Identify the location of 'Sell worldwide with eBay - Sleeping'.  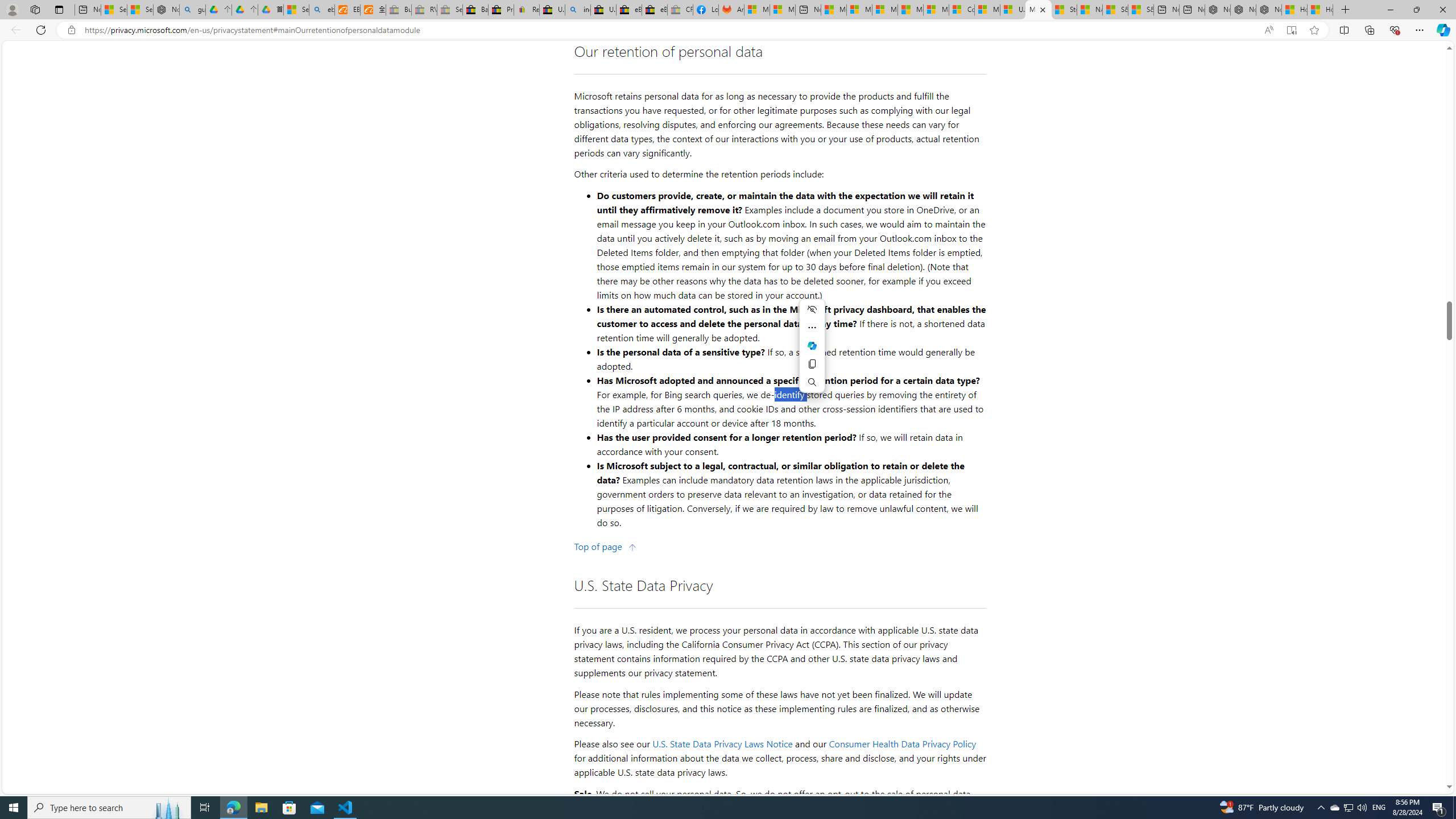
(449, 9).